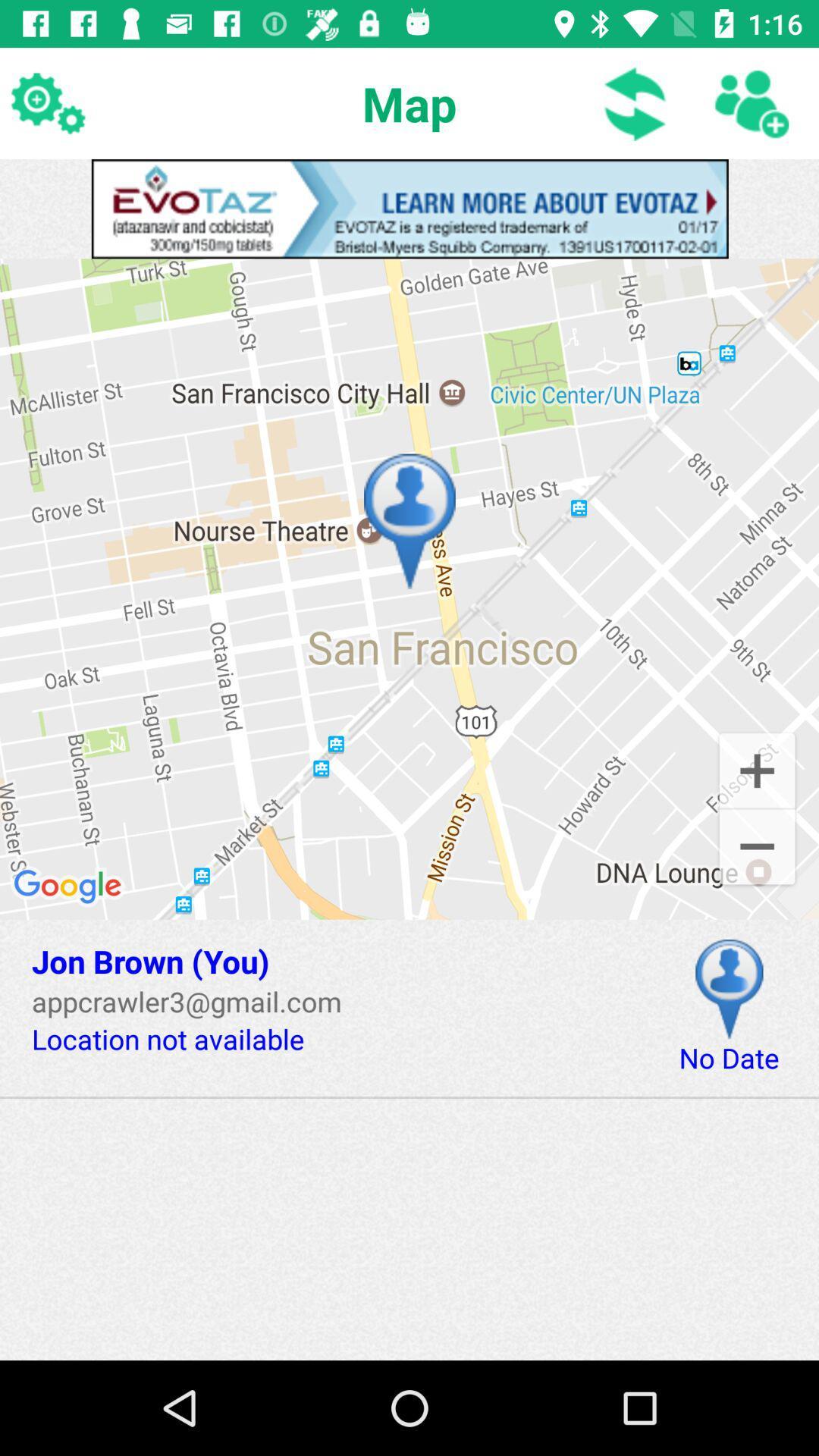  Describe the element at coordinates (751, 102) in the screenshot. I see `connect to friends` at that location.